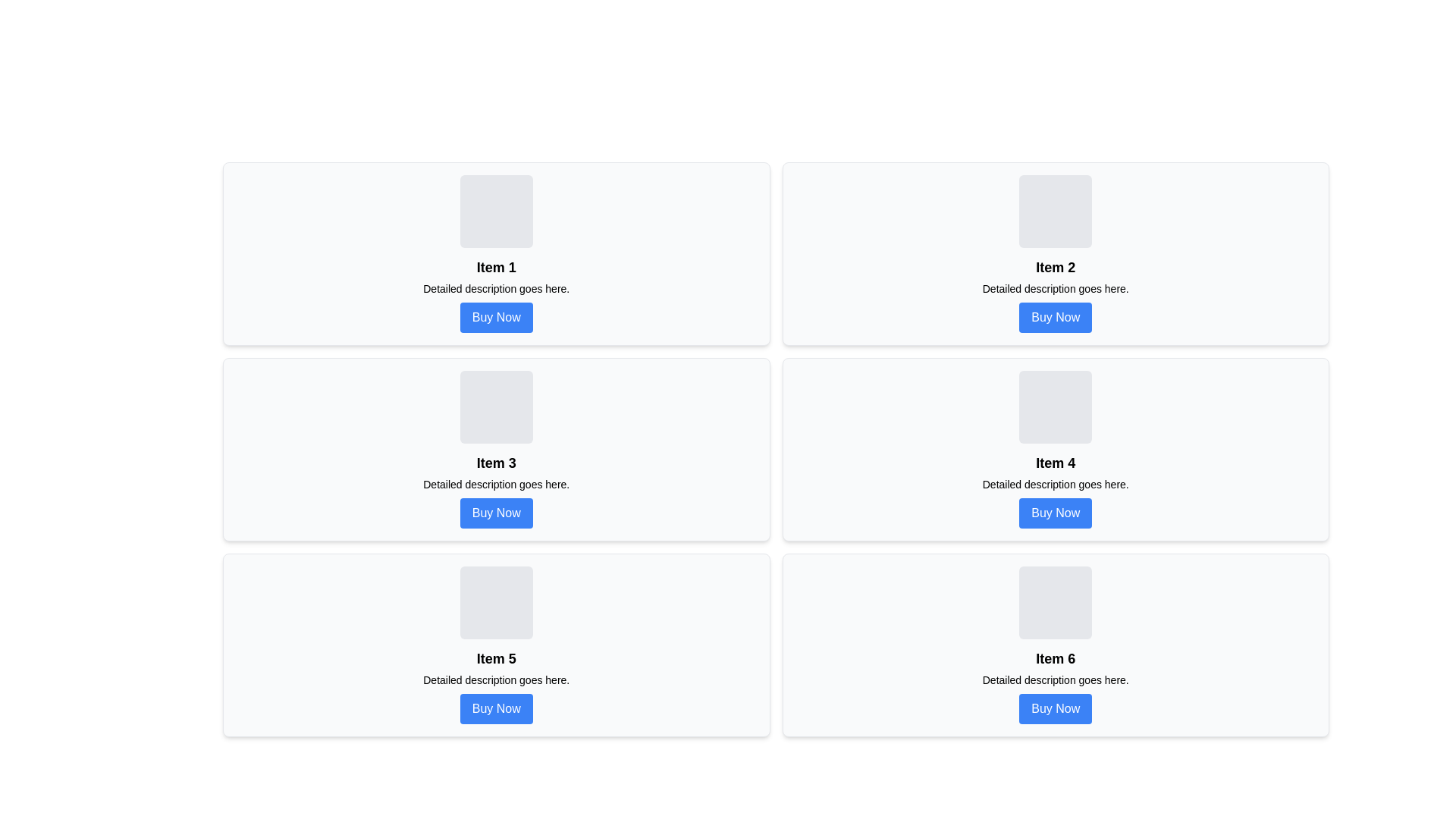 The width and height of the screenshot is (1456, 819). Describe the element at coordinates (1055, 317) in the screenshot. I see `the 'Buy Now' button with a blue background and white text, located at the bottom of the 'Item 2' panel to initiate a purchase` at that location.